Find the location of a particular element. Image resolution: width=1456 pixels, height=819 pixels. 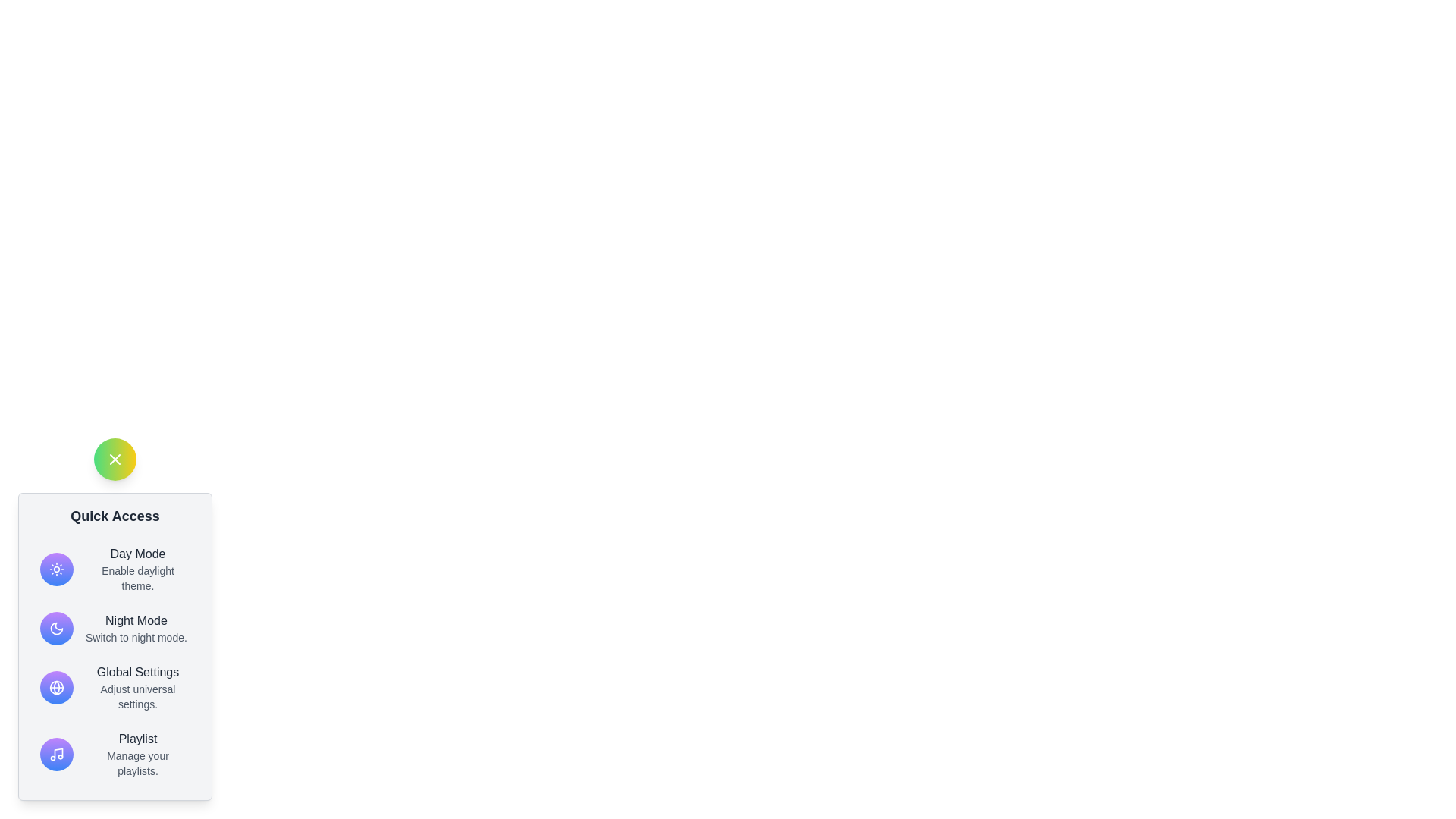

the 'Playlist' option to manage your playlists is located at coordinates (138, 755).